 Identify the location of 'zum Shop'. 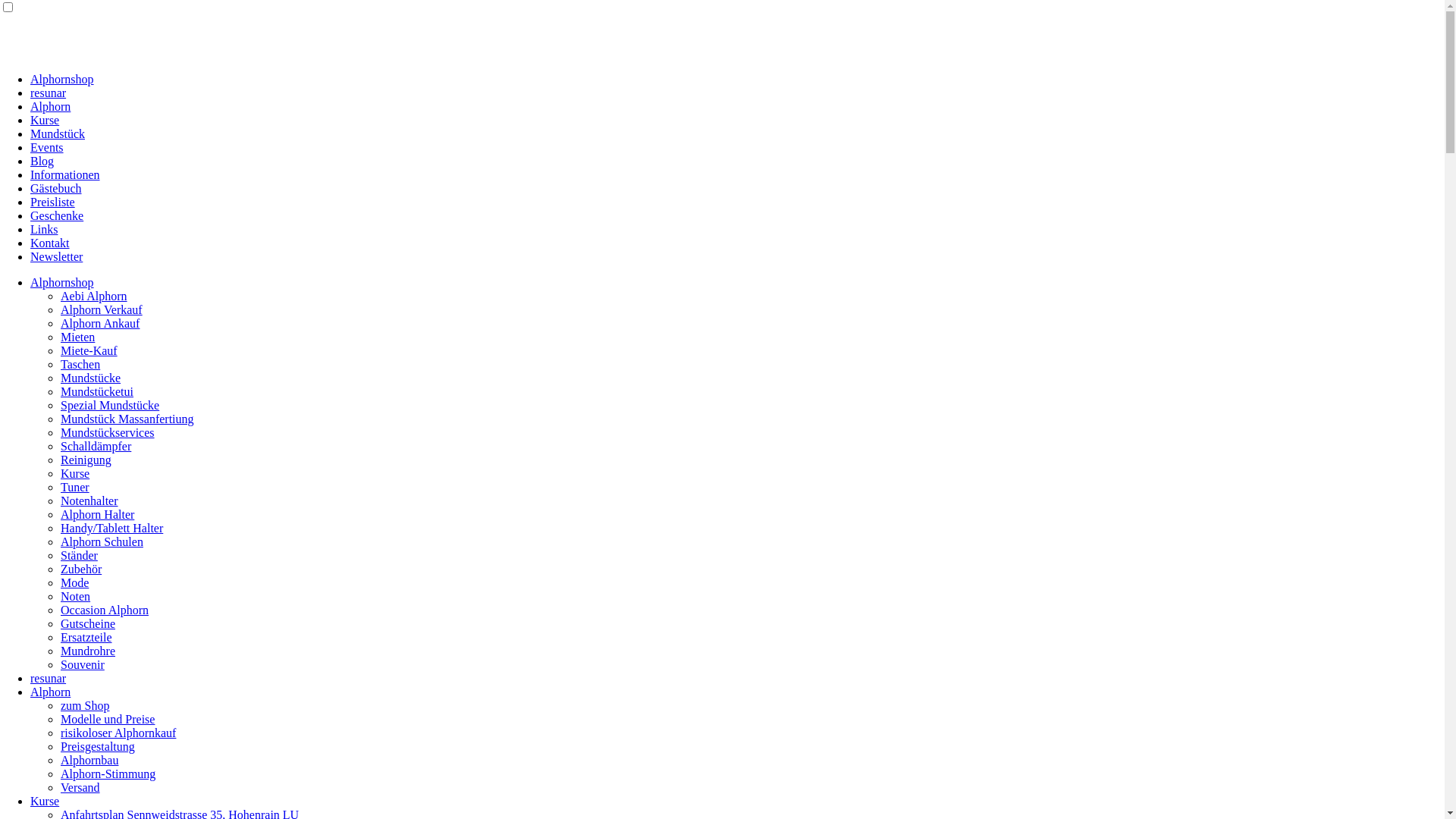
(83, 705).